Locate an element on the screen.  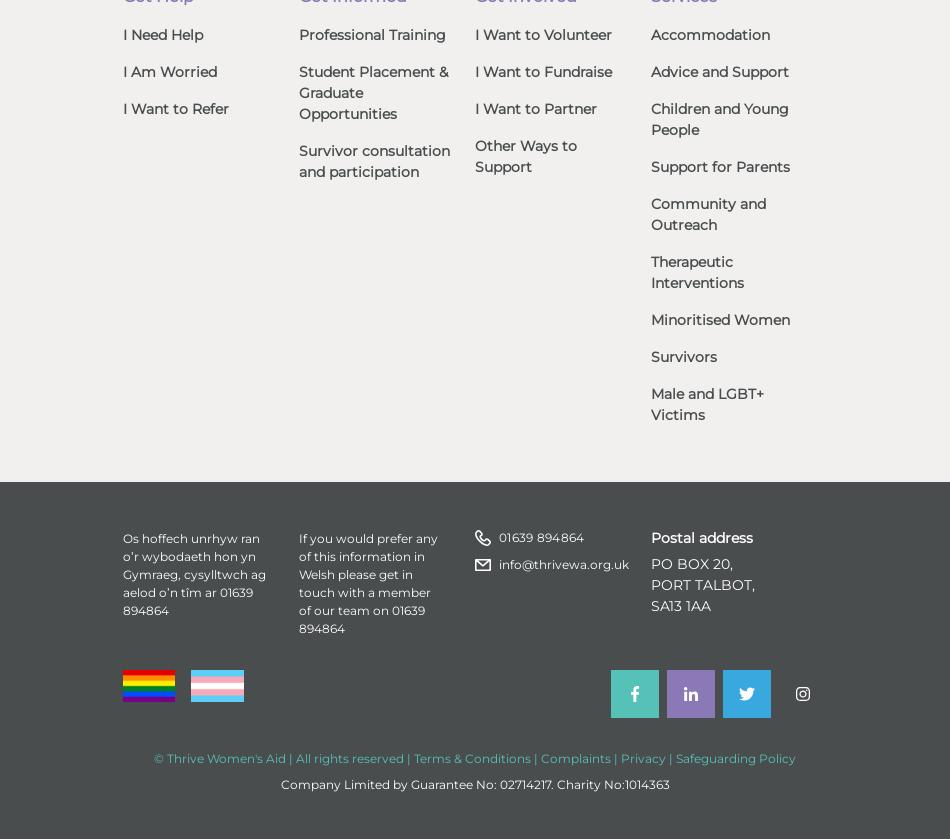
'I Want to Volunteer' is located at coordinates (543, 33).